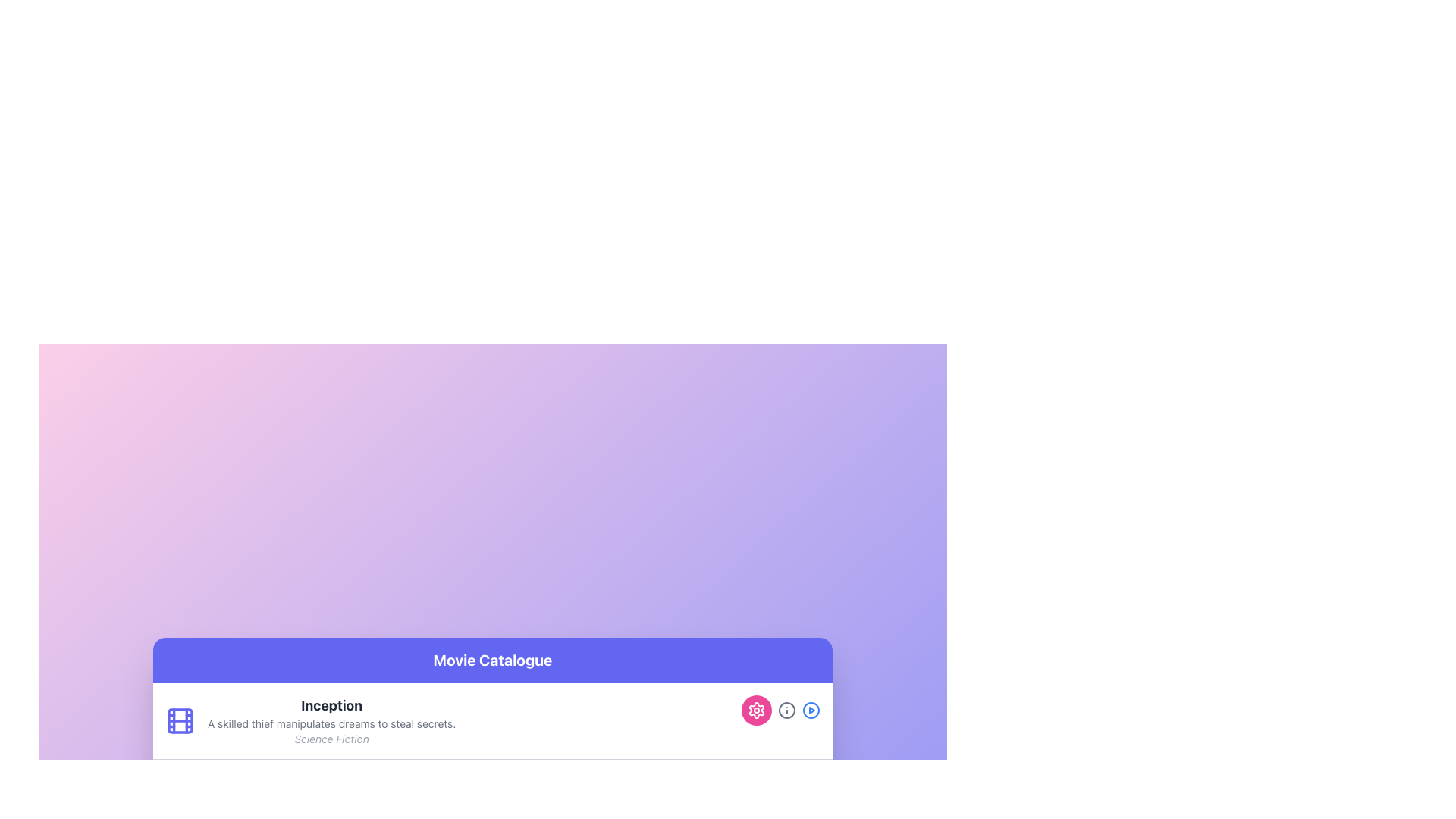  I want to click on text from the main textual content block located beneath the 'Movie Catalogue' header, aligned to the right of the film icon, so click(331, 720).